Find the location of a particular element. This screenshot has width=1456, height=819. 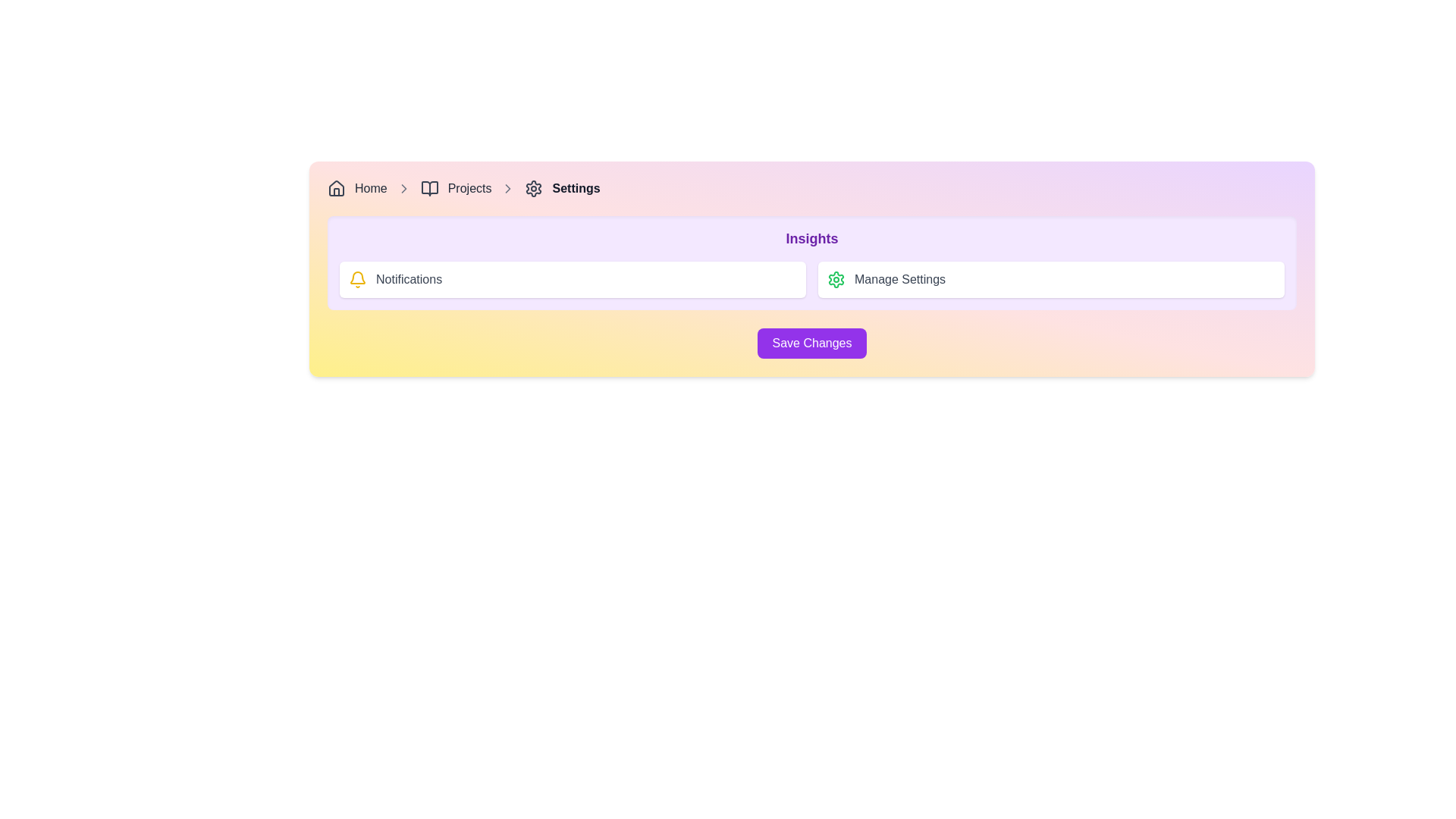

the 'Projects' link in the navigation bar is located at coordinates (469, 188).